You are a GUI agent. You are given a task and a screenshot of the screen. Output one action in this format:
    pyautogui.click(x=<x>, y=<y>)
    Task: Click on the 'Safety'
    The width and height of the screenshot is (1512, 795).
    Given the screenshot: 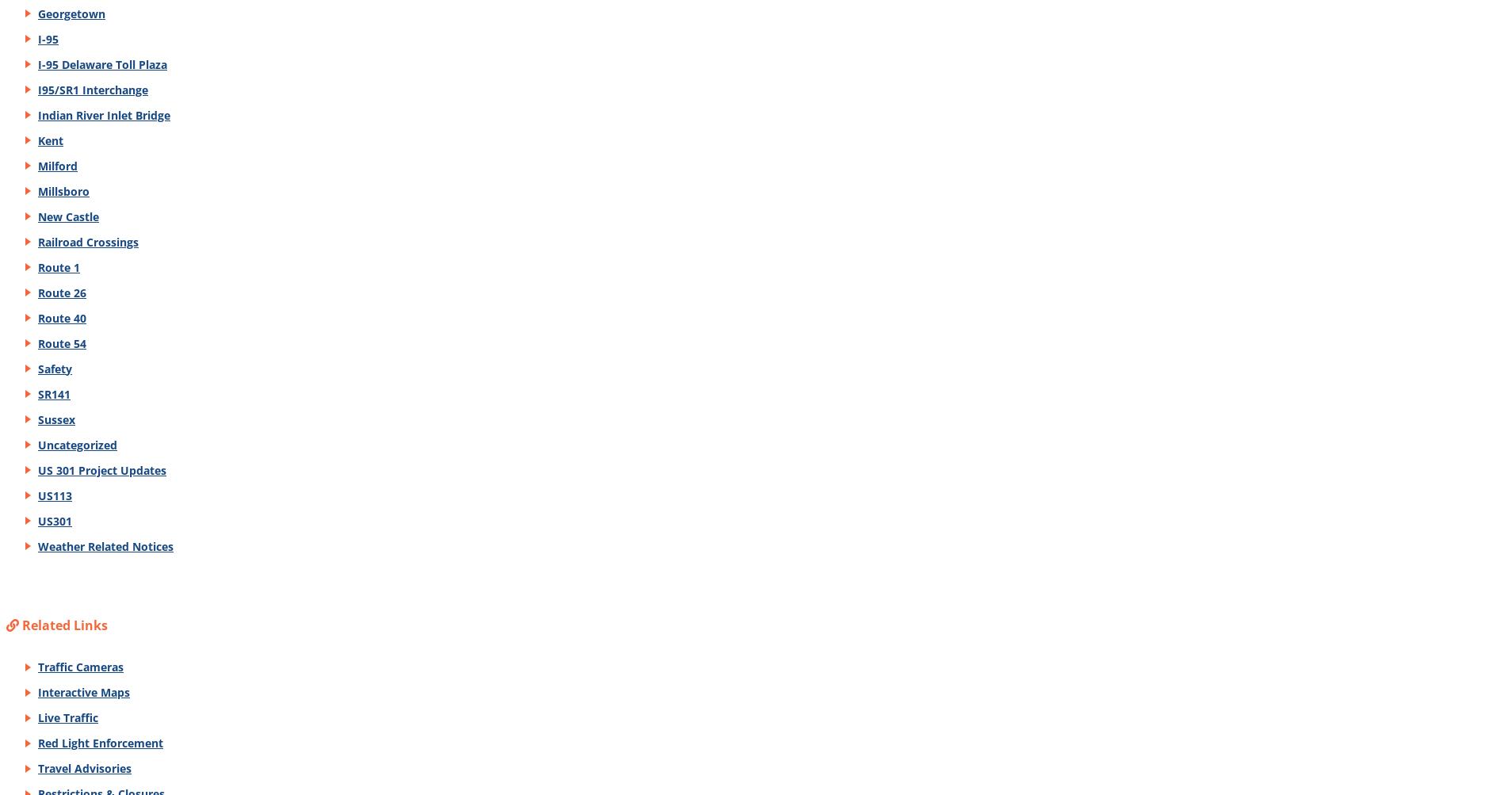 What is the action you would take?
    pyautogui.click(x=54, y=368)
    